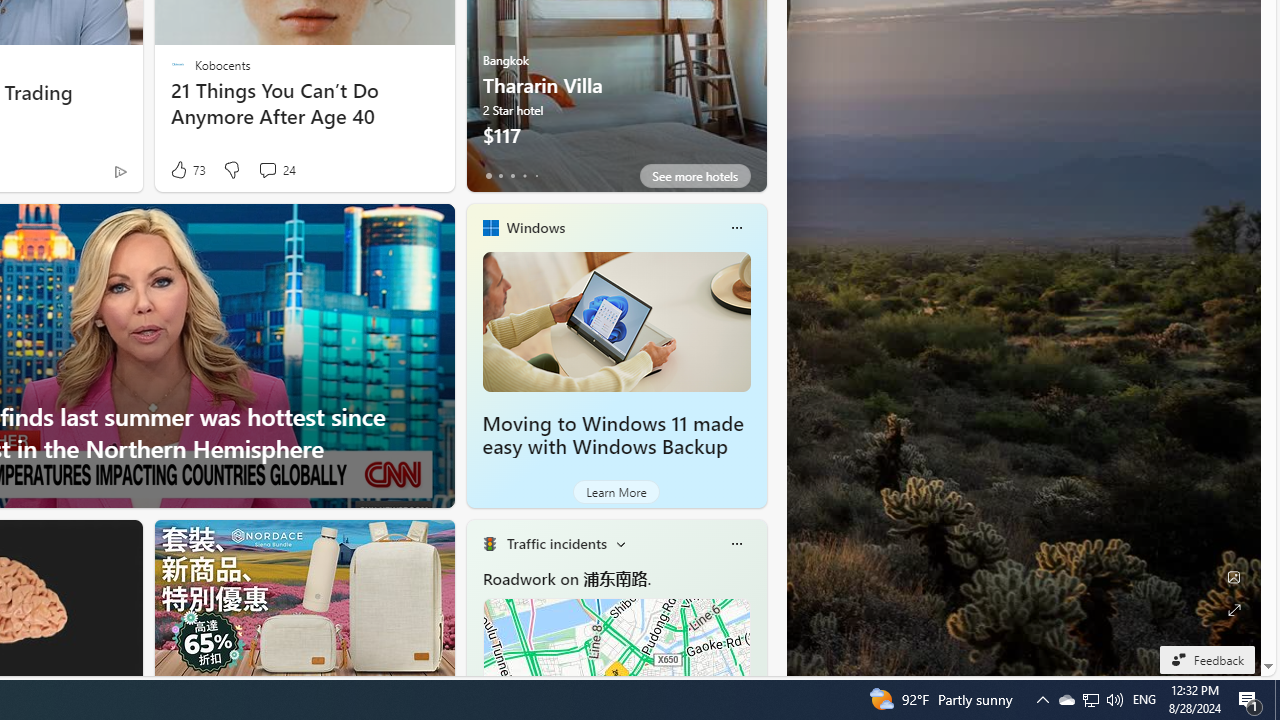  I want to click on 'Traffic incidents', so click(556, 543).